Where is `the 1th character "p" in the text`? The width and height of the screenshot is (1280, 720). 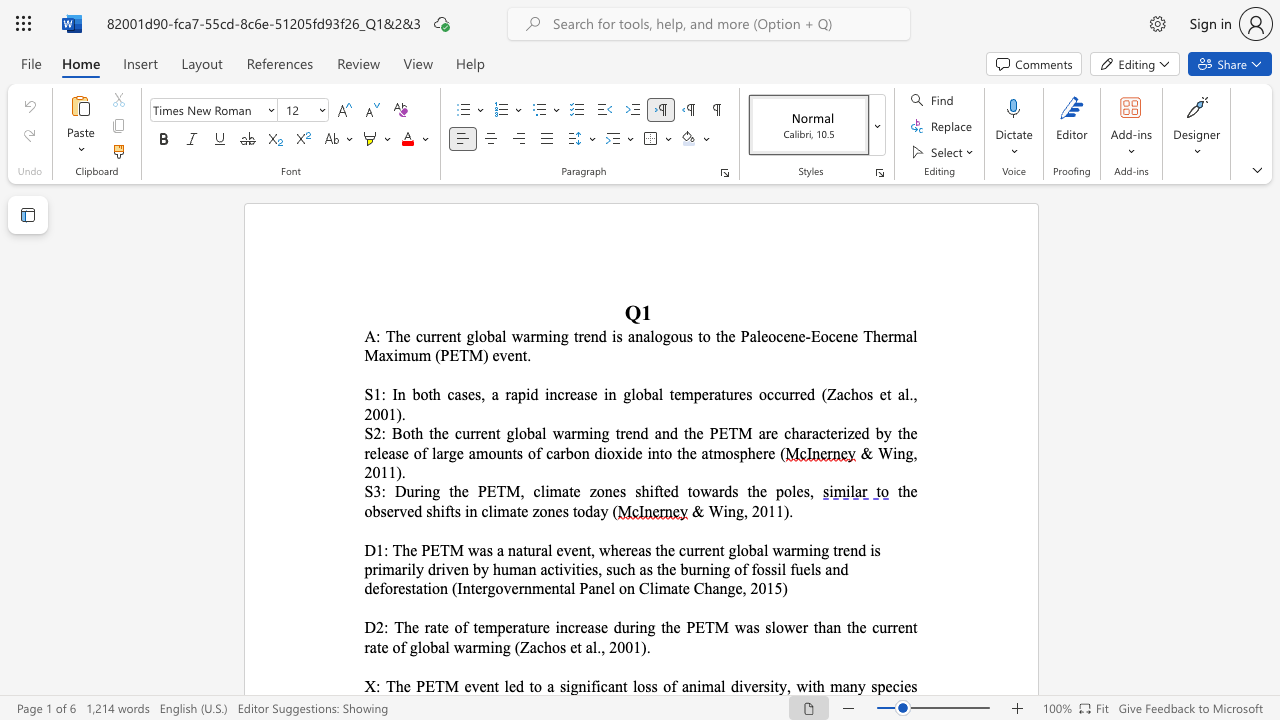 the 1th character "p" in the text is located at coordinates (501, 626).